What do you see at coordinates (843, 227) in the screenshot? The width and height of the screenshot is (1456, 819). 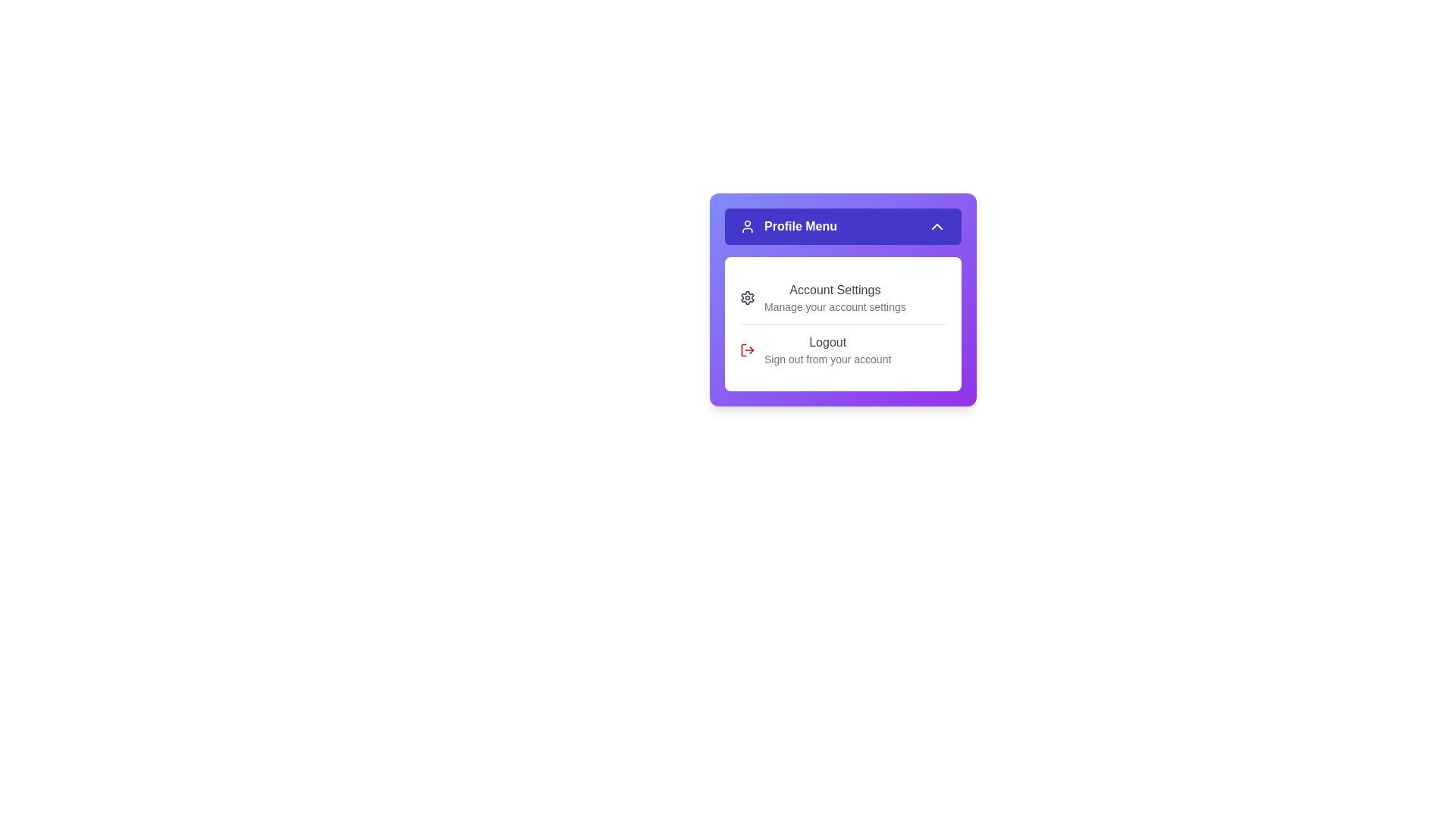 I see `the Profile Menu button to toggle the menu` at bounding box center [843, 227].